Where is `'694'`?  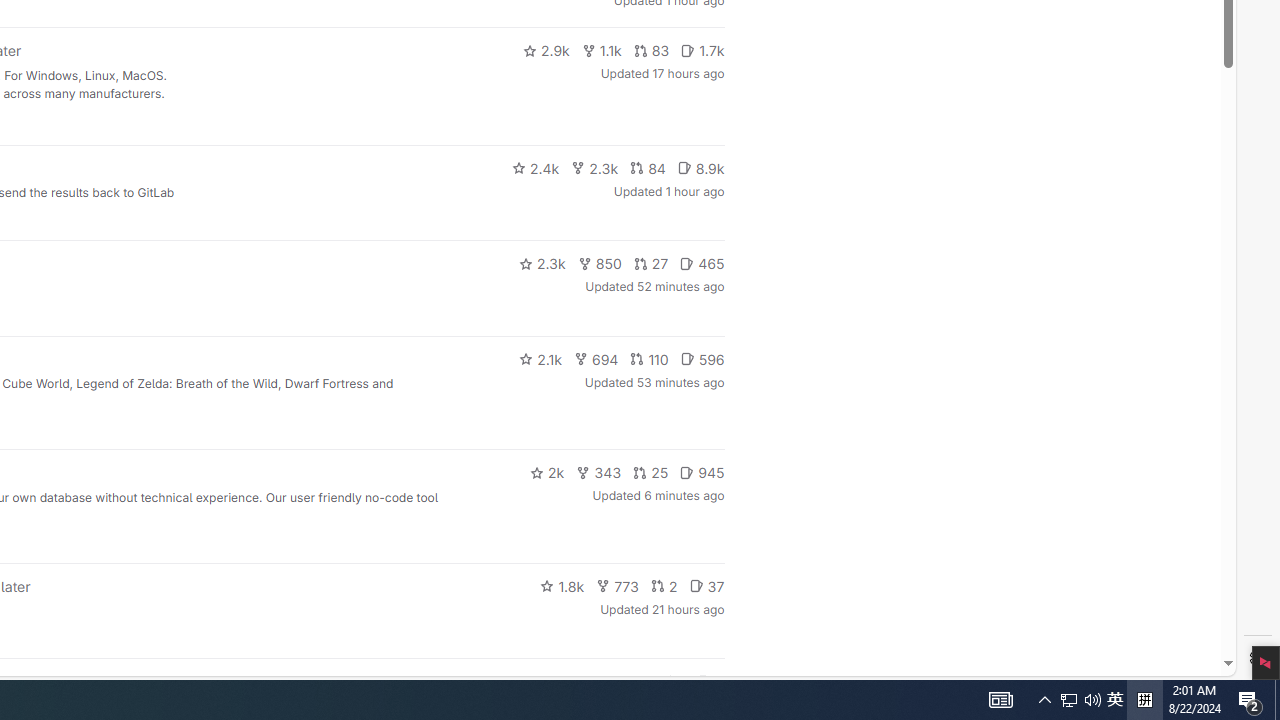 '694' is located at coordinates (595, 357).